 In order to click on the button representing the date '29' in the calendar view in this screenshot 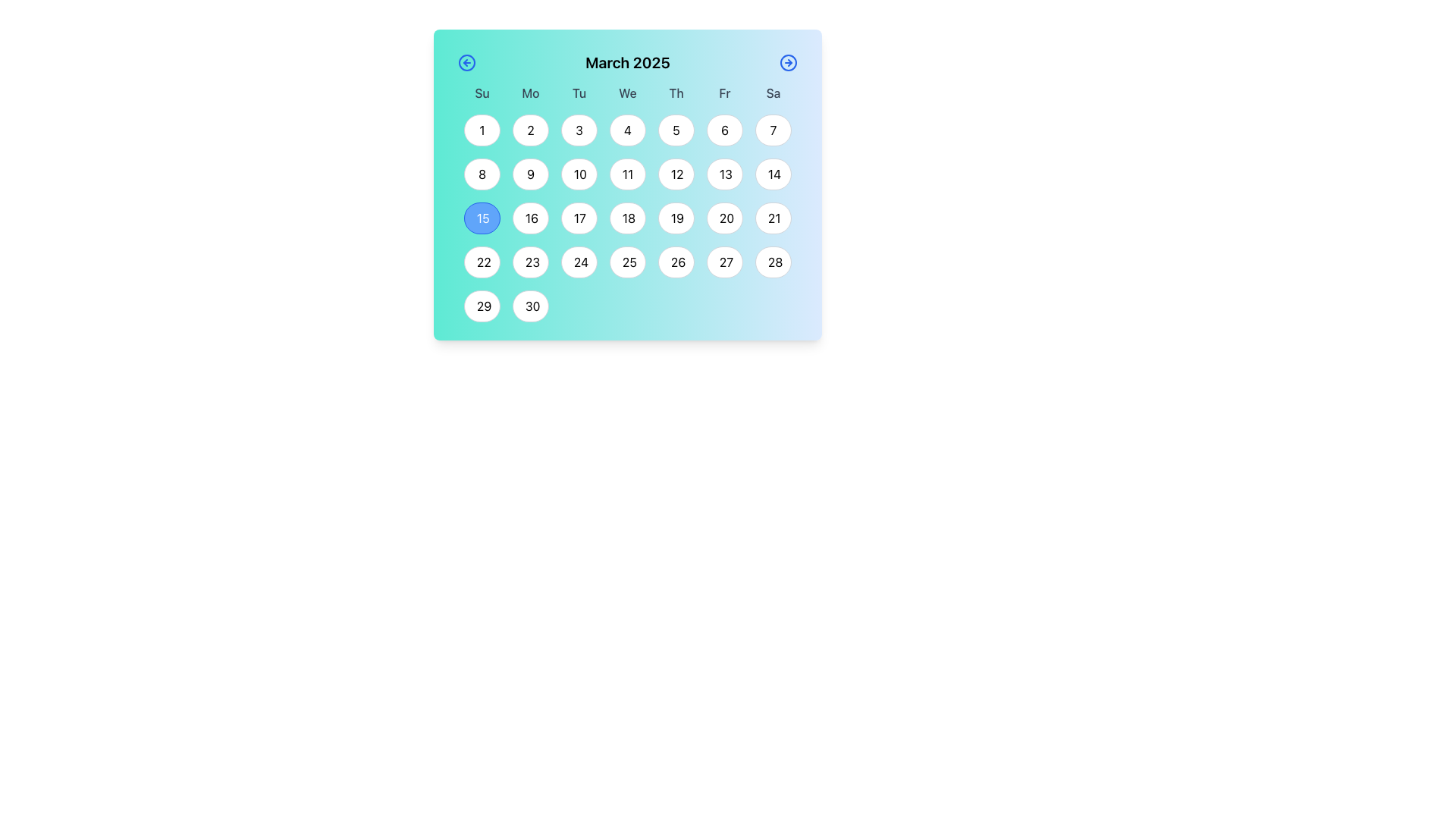, I will do `click(481, 306)`.